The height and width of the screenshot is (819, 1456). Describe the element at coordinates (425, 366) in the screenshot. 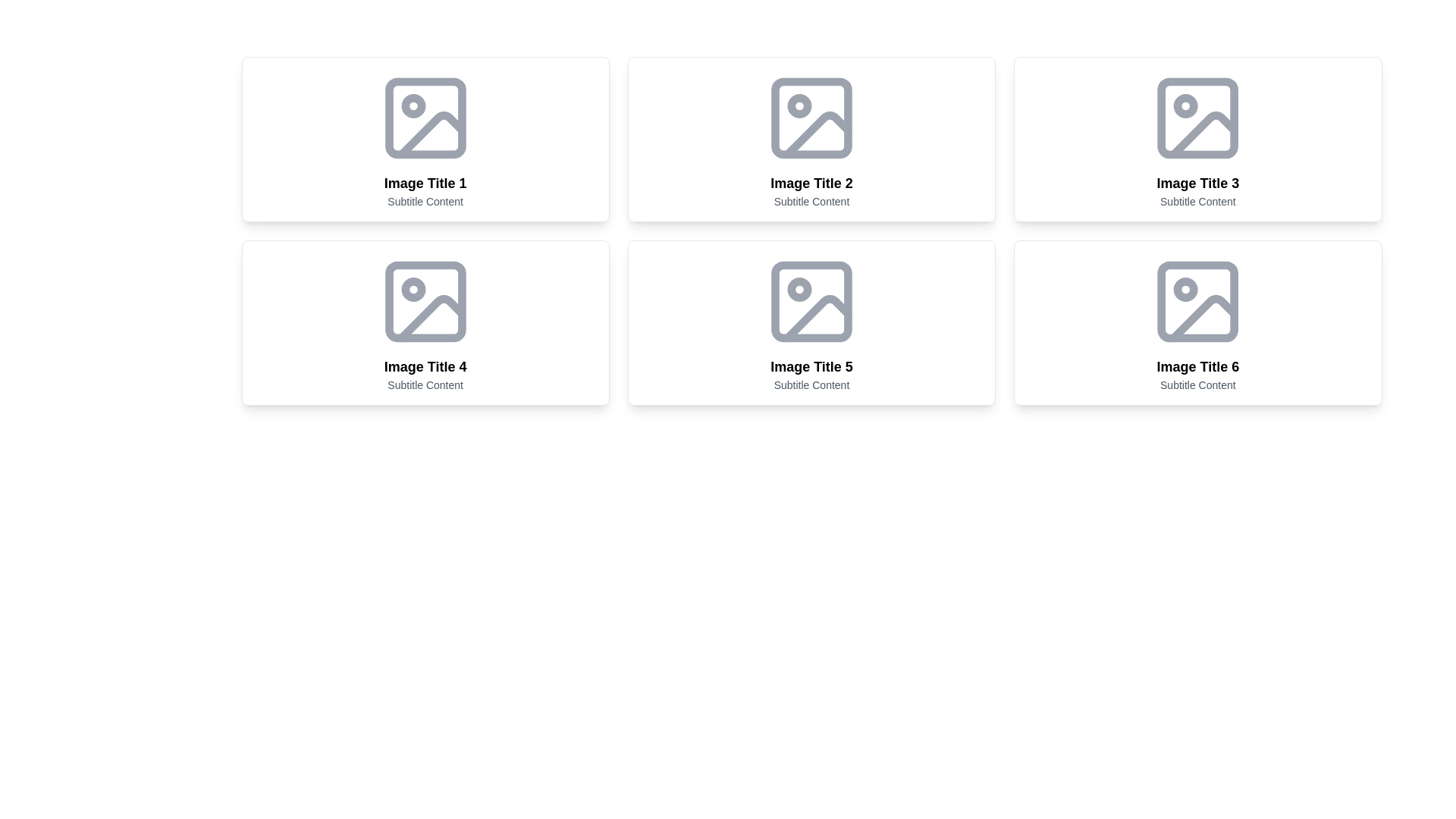

I see `text content of the fourth title in a 2x3 grid layout of image cards, located in the second row and first column, which serves as the heading for the associated image card` at that location.